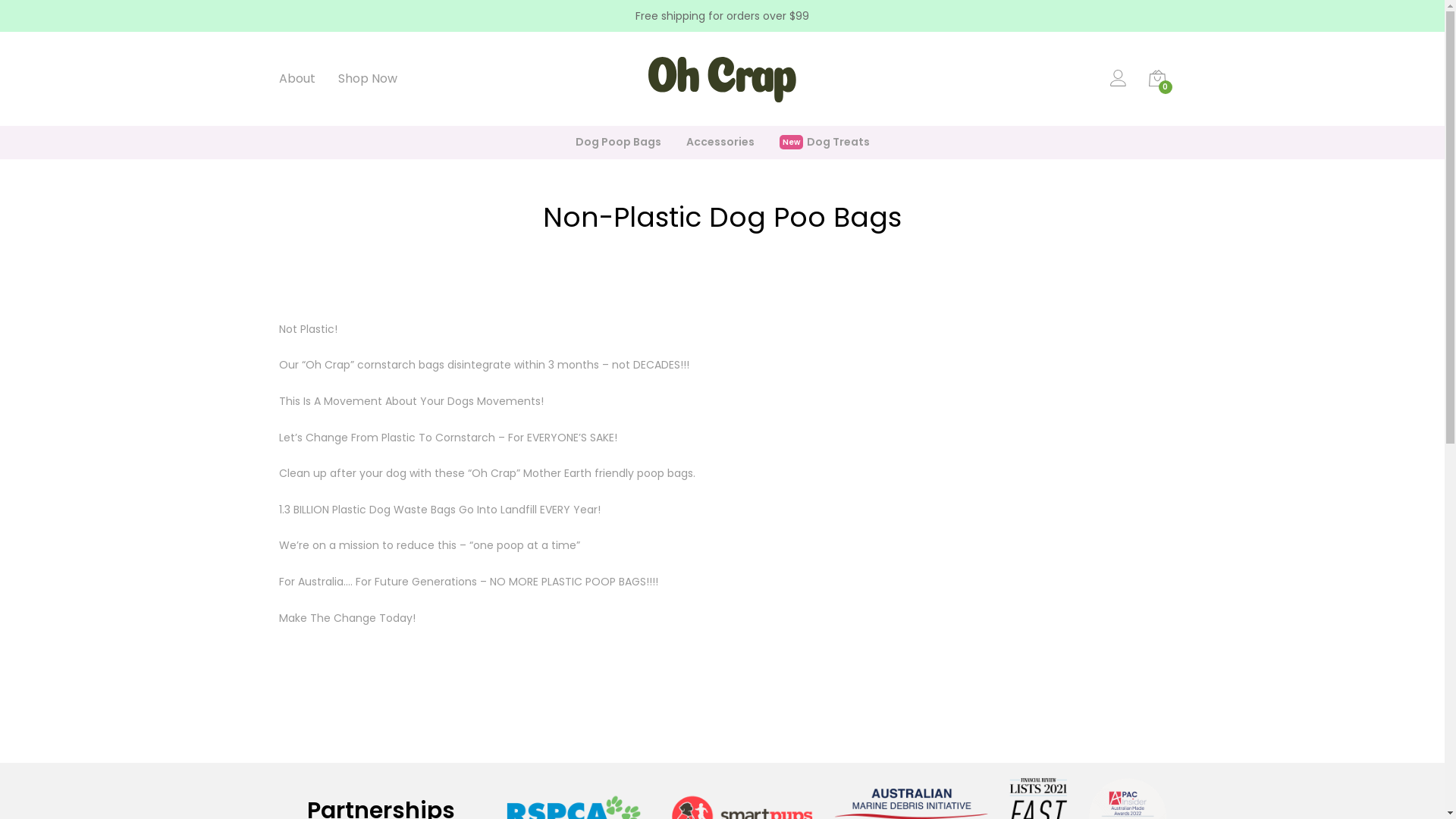  What do you see at coordinates (1156, 82) in the screenshot?
I see `'0'` at bounding box center [1156, 82].